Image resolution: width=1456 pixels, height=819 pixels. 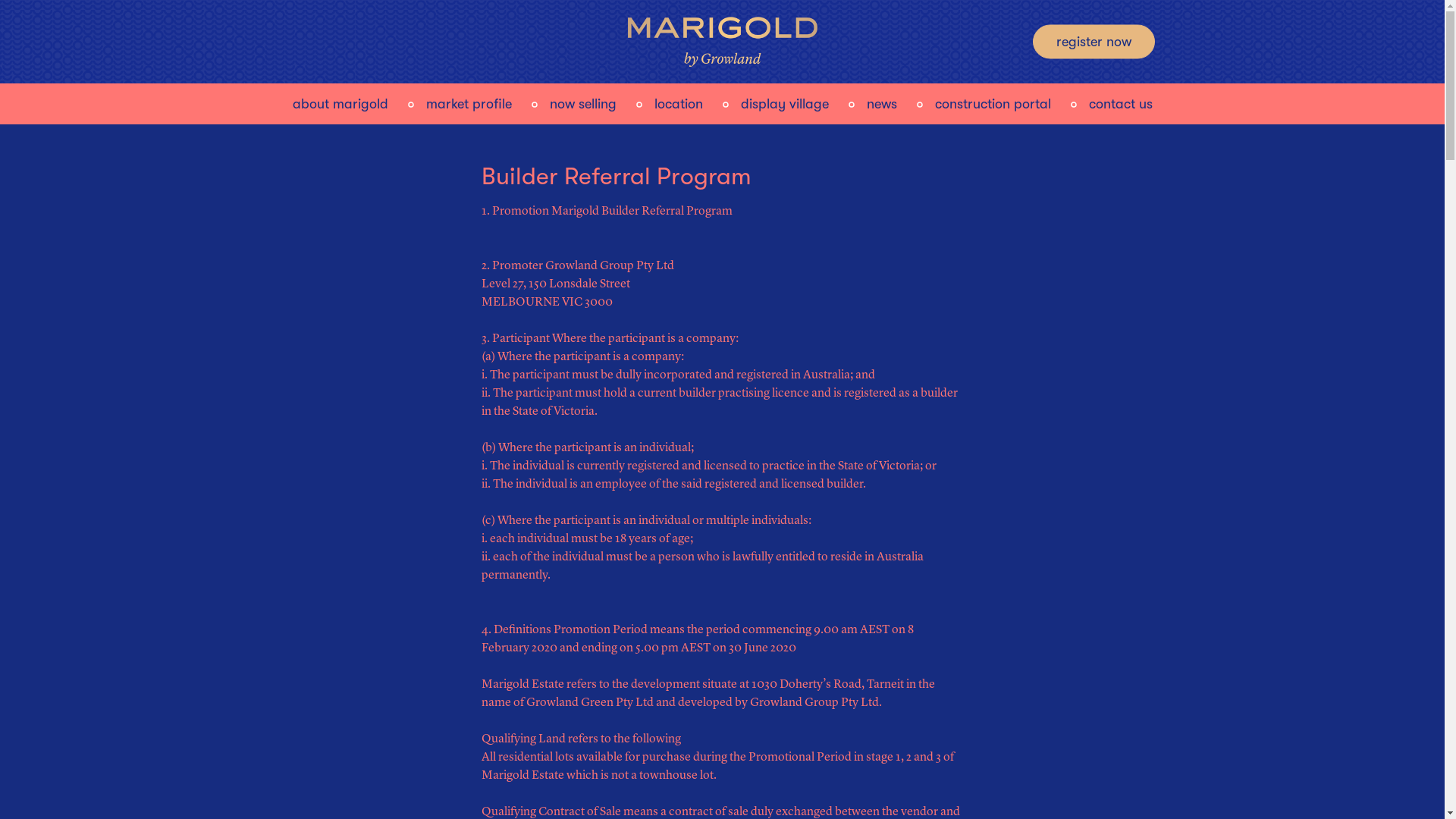 I want to click on 'news', so click(x=880, y=101).